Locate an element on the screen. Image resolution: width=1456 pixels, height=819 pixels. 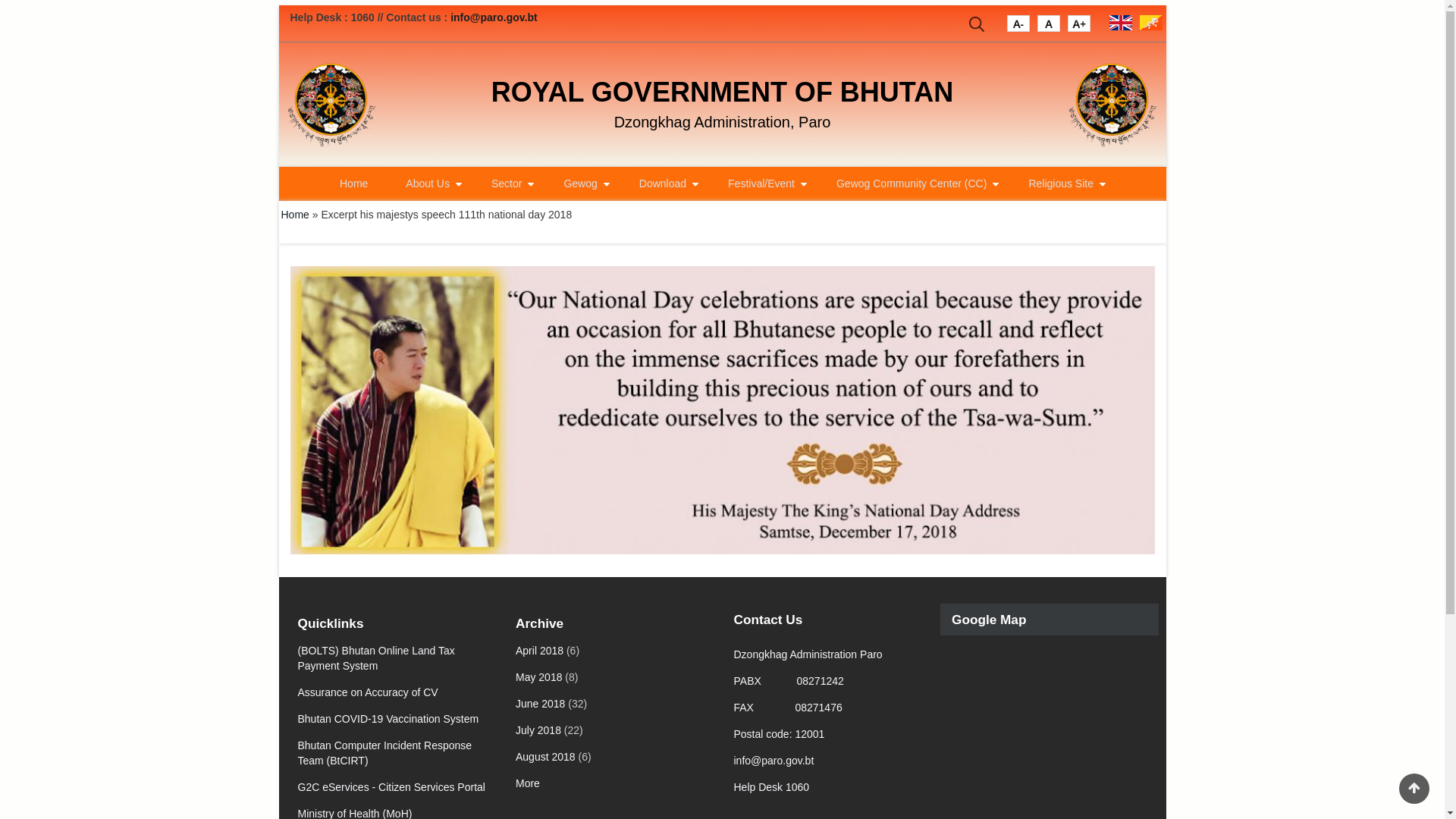
'April 2018' is located at coordinates (539, 649).